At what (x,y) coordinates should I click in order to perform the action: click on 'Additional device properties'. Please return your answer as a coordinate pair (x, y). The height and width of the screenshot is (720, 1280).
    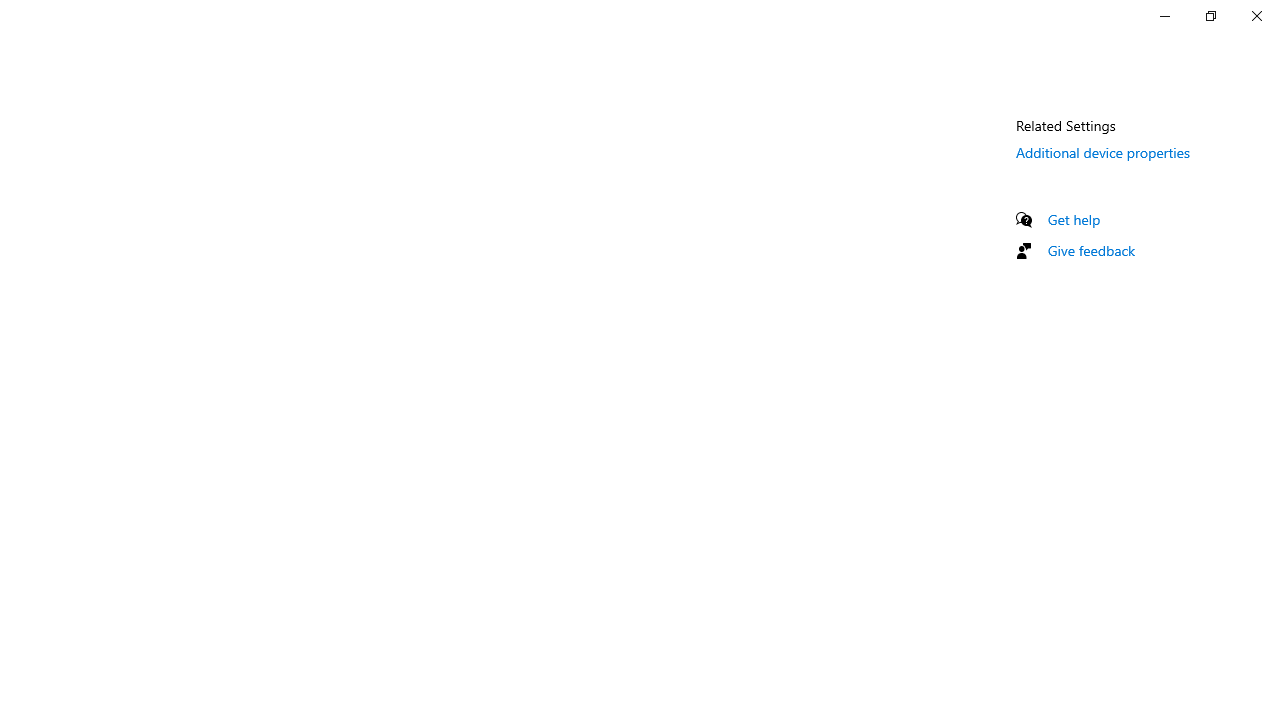
    Looking at the image, I should click on (1102, 151).